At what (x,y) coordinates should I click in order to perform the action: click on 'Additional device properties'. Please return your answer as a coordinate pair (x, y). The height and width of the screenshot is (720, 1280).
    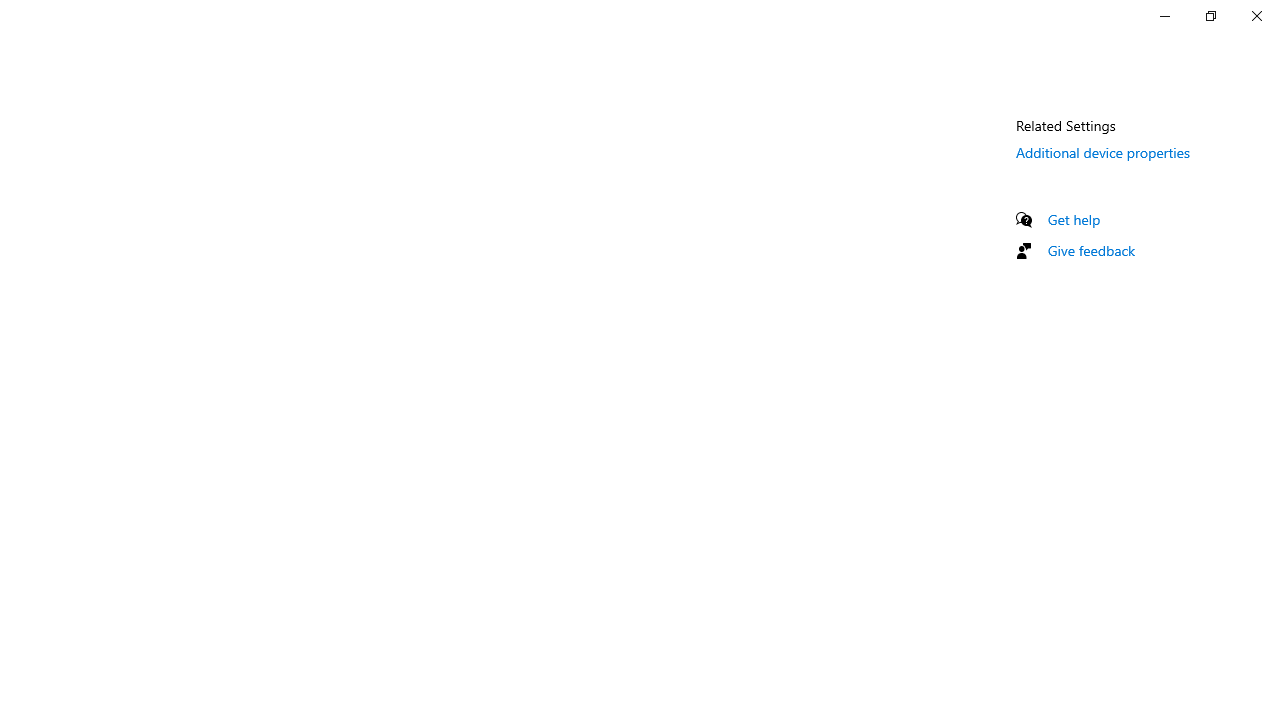
    Looking at the image, I should click on (1102, 151).